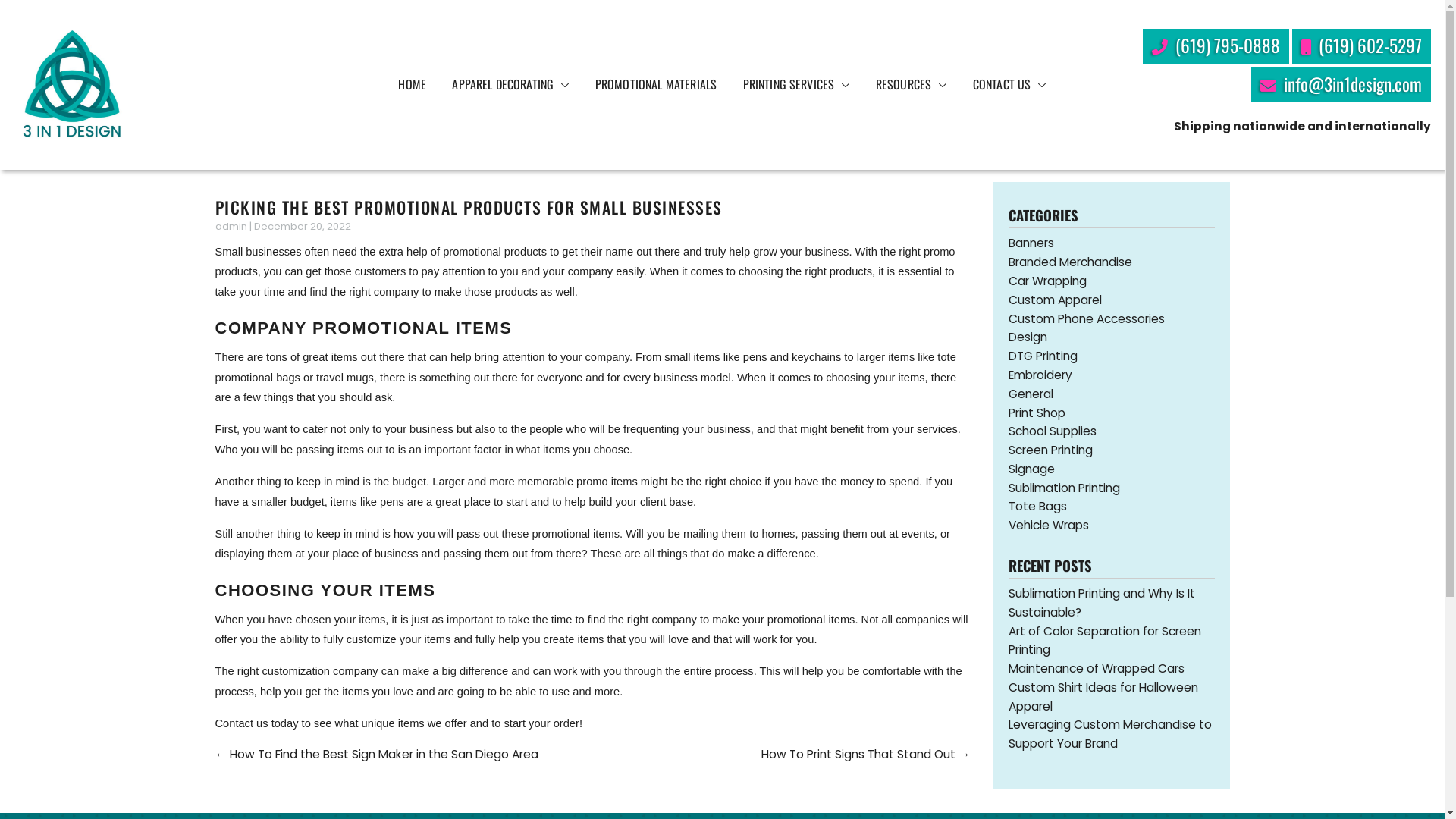 The height and width of the screenshot is (819, 1456). I want to click on 'Maintenance of Wrapped Cars', so click(1096, 667).